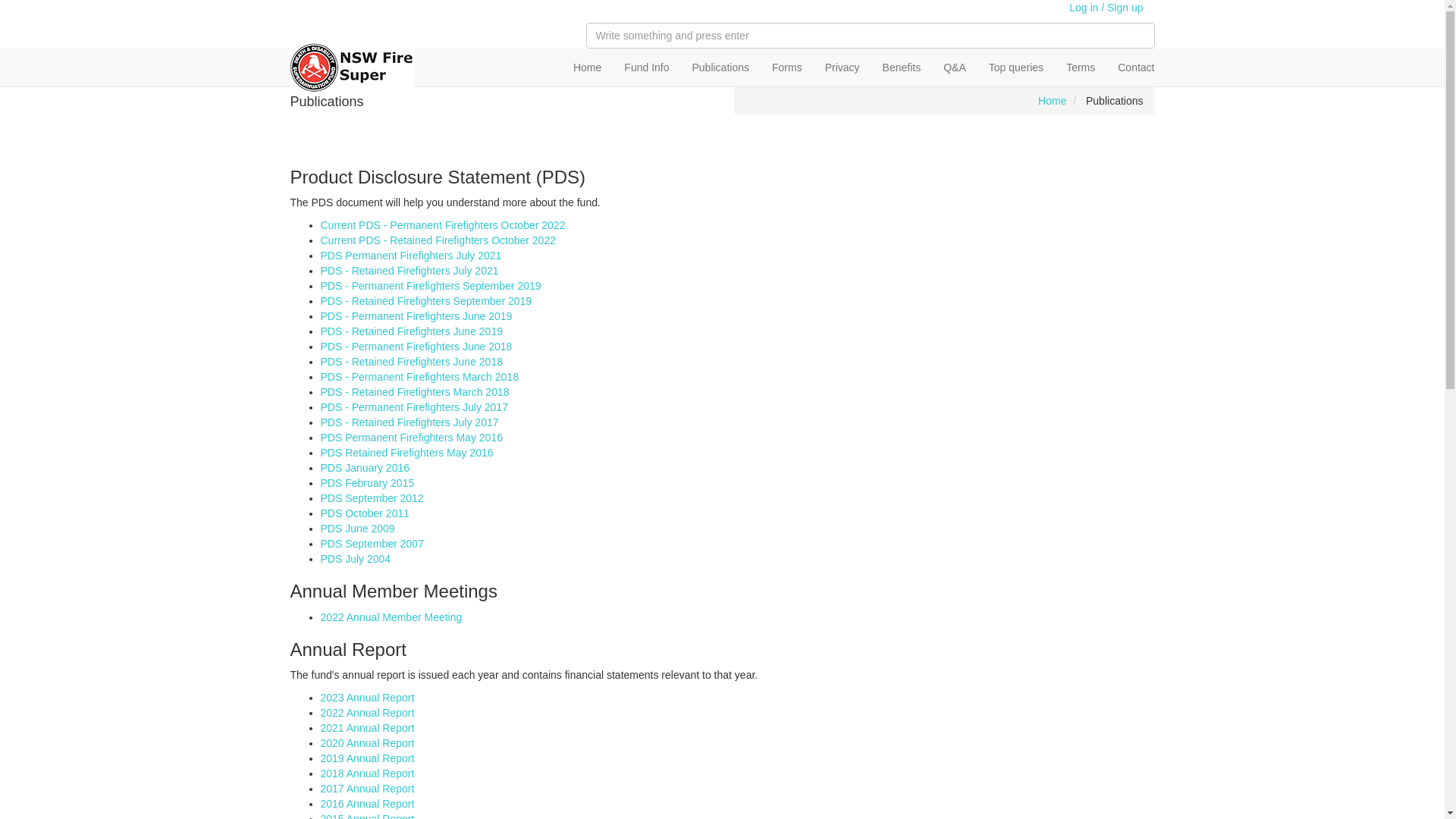 This screenshot has height=819, width=1456. What do you see at coordinates (646, 66) in the screenshot?
I see `'Fund Info'` at bounding box center [646, 66].